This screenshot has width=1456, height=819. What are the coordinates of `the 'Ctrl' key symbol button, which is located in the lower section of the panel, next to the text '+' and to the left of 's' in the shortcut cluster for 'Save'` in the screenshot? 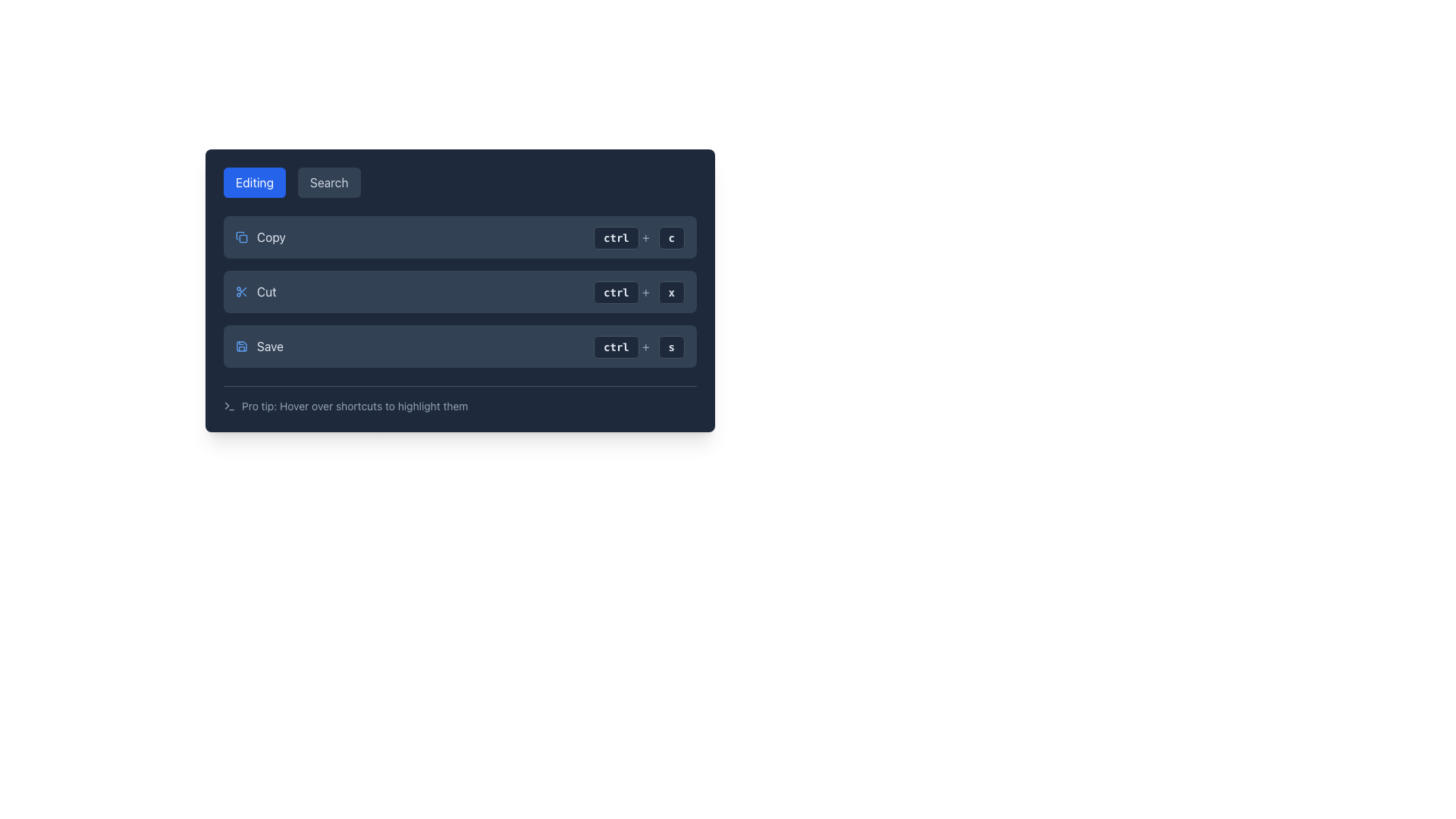 It's located at (616, 347).